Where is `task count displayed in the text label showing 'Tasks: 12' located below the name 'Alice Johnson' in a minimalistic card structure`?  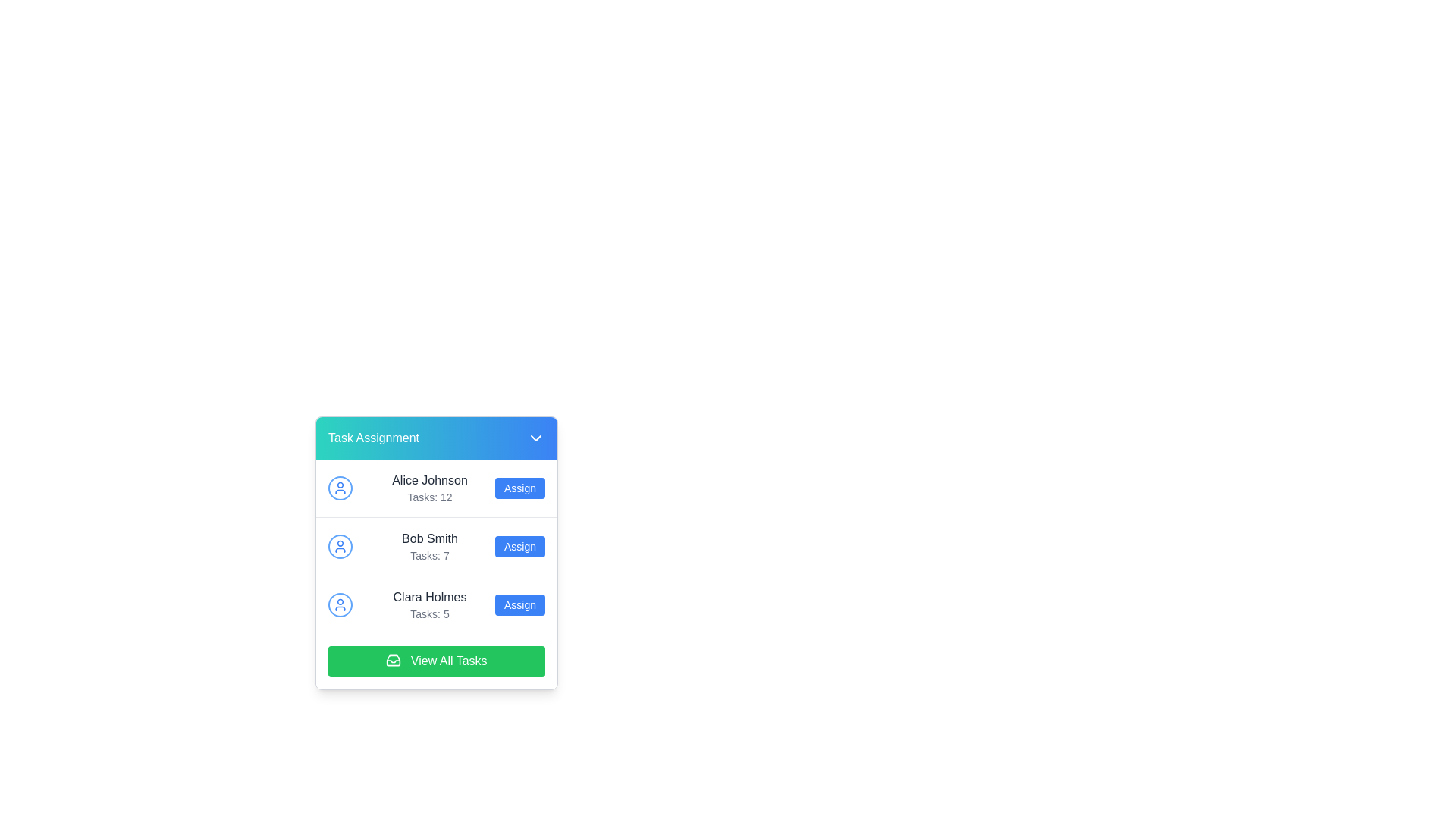
task count displayed in the text label showing 'Tasks: 12' located below the name 'Alice Johnson' in a minimalistic card structure is located at coordinates (428, 497).